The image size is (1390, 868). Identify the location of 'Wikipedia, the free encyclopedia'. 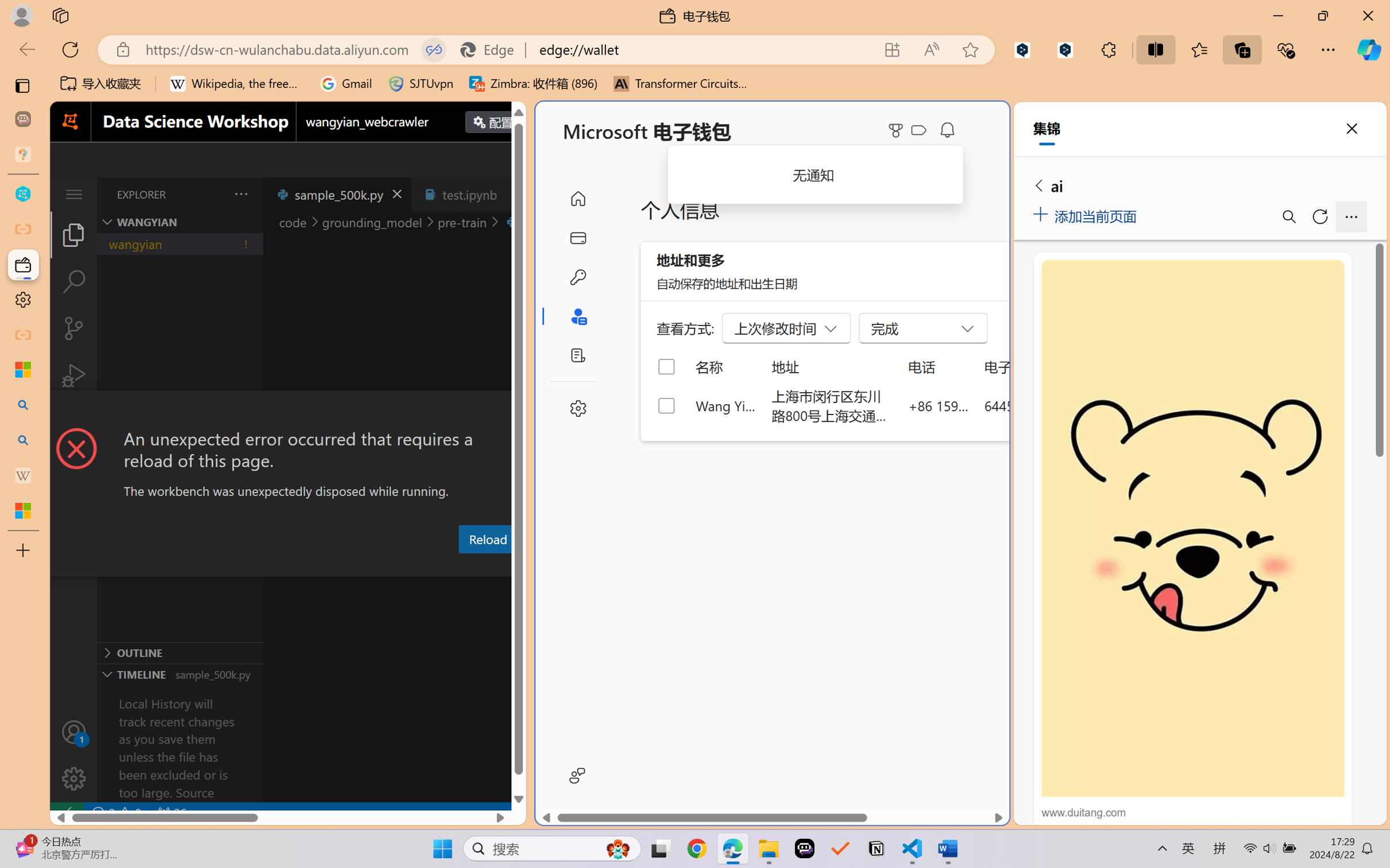
(236, 83).